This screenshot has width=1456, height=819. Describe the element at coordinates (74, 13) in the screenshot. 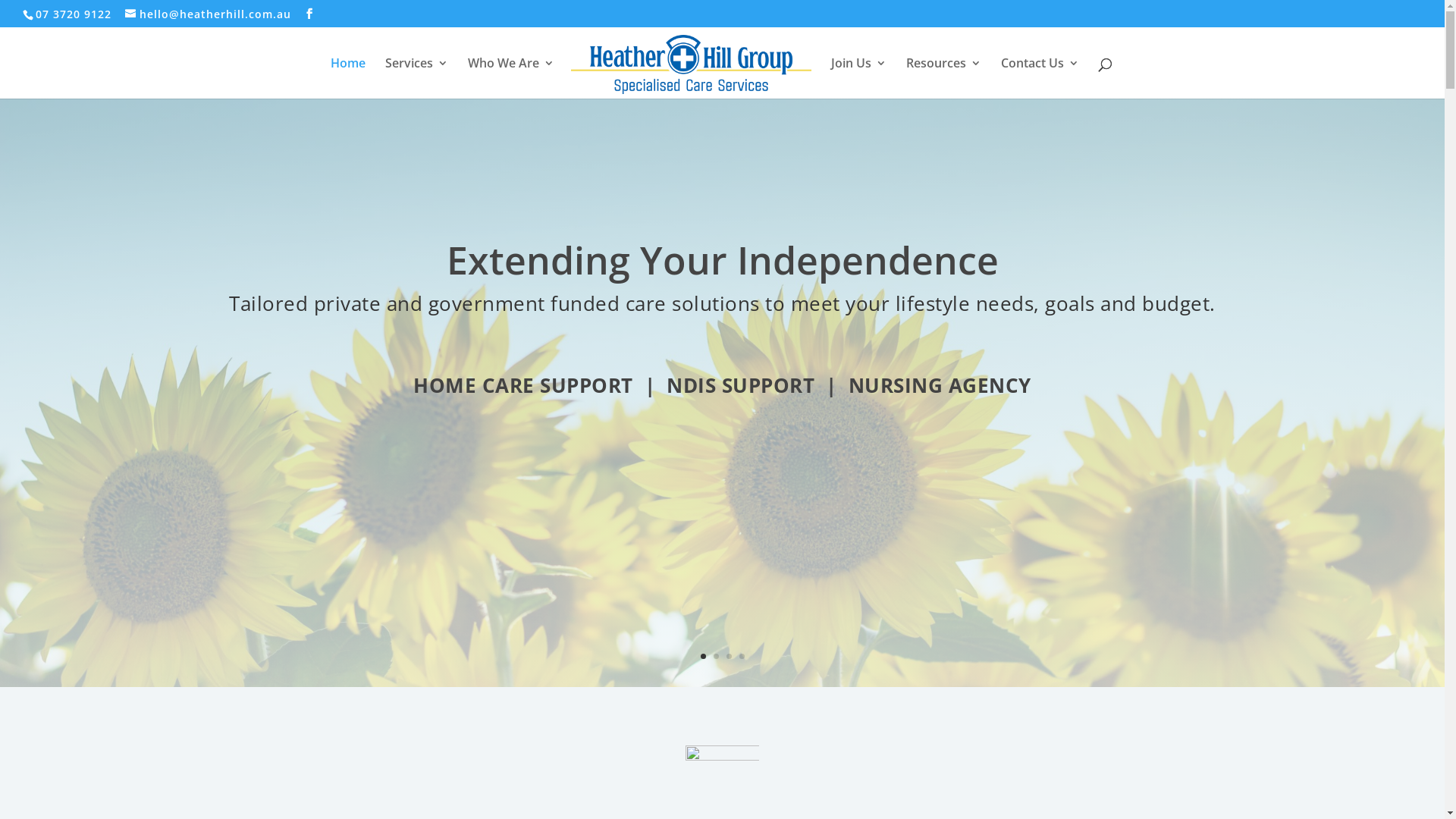

I see `'07 3720 9122'` at that location.